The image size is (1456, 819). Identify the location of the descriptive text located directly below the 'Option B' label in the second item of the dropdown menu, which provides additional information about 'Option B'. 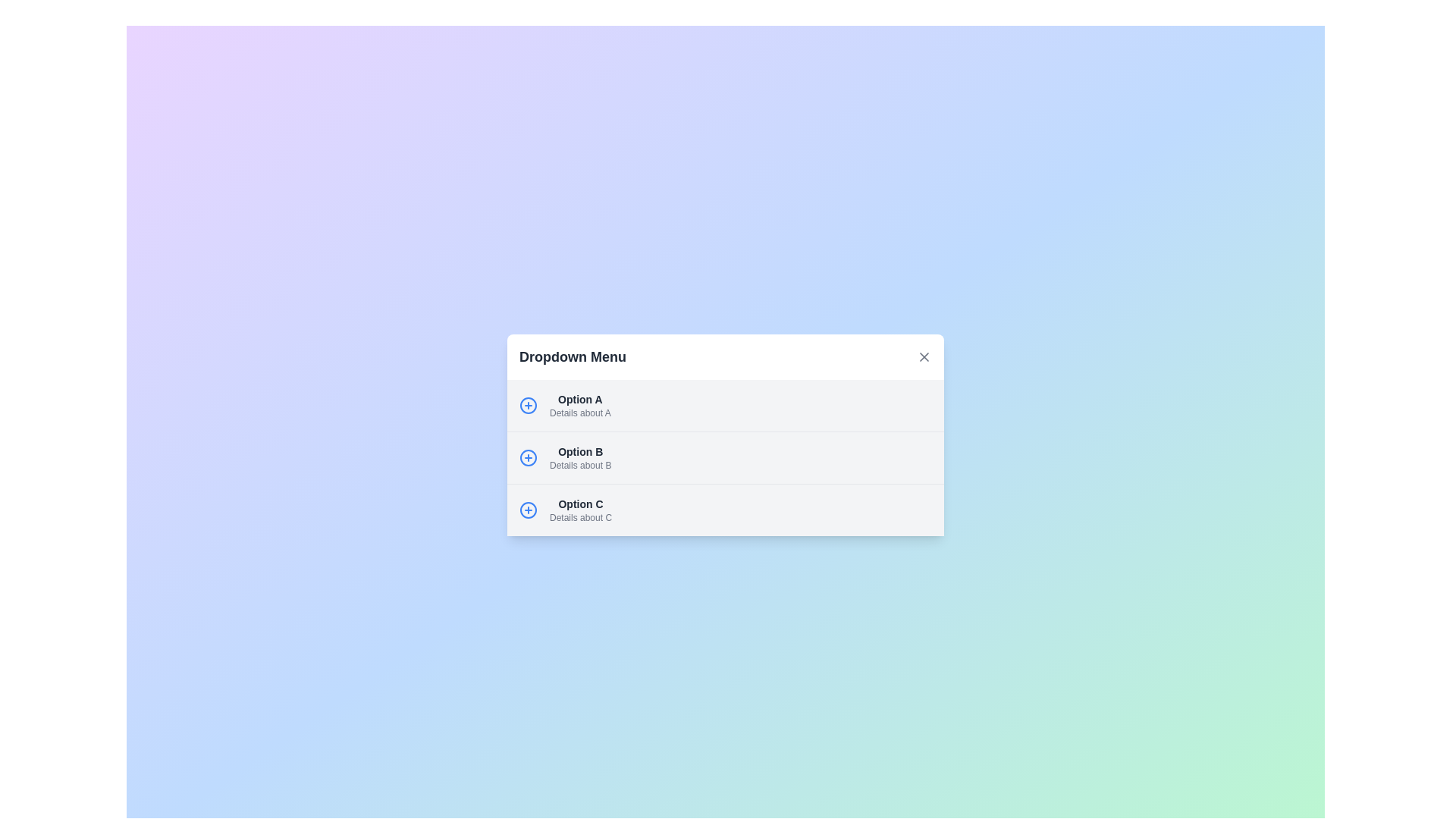
(579, 464).